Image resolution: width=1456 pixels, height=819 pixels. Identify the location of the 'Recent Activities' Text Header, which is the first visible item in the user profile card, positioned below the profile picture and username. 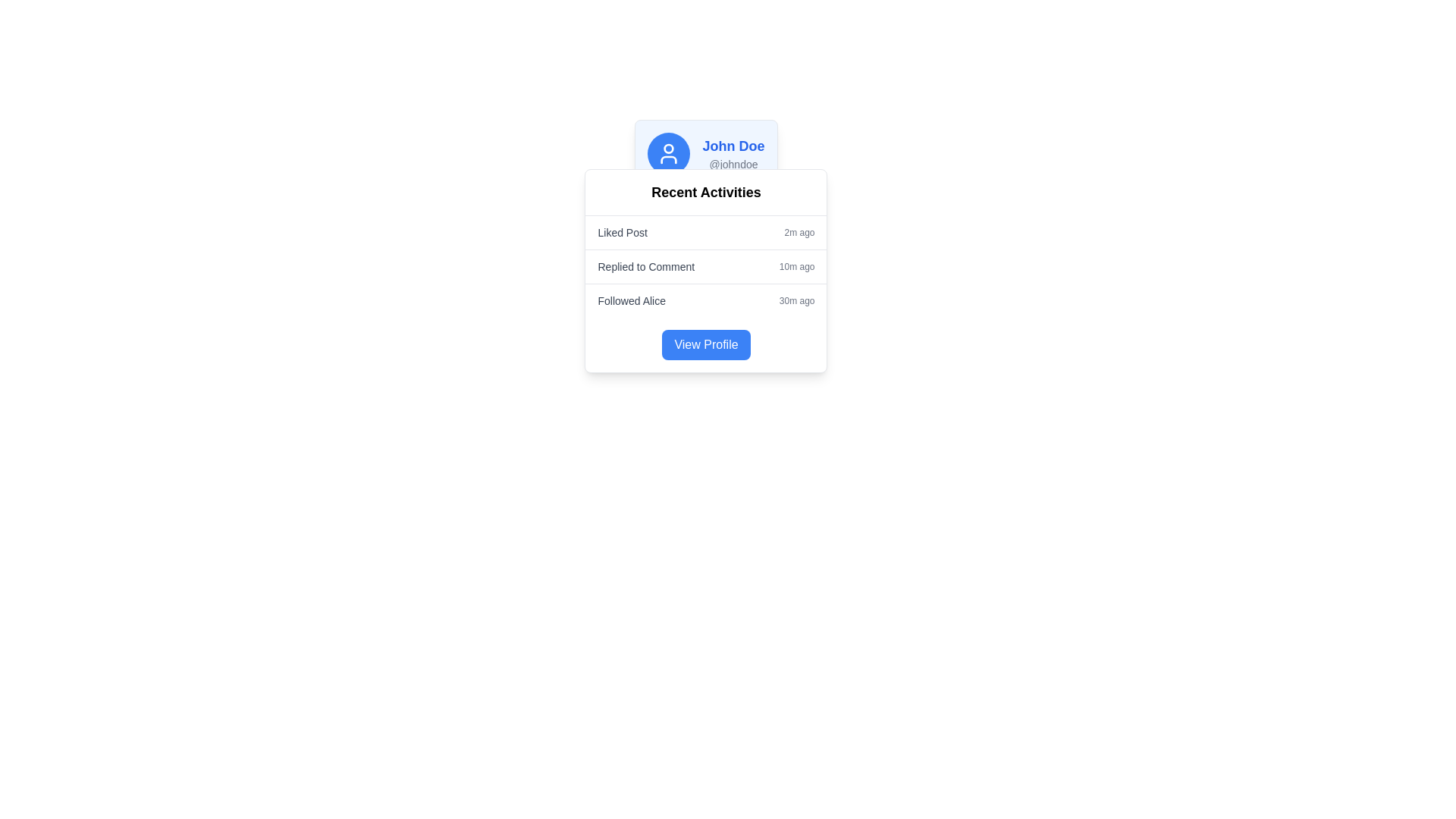
(705, 192).